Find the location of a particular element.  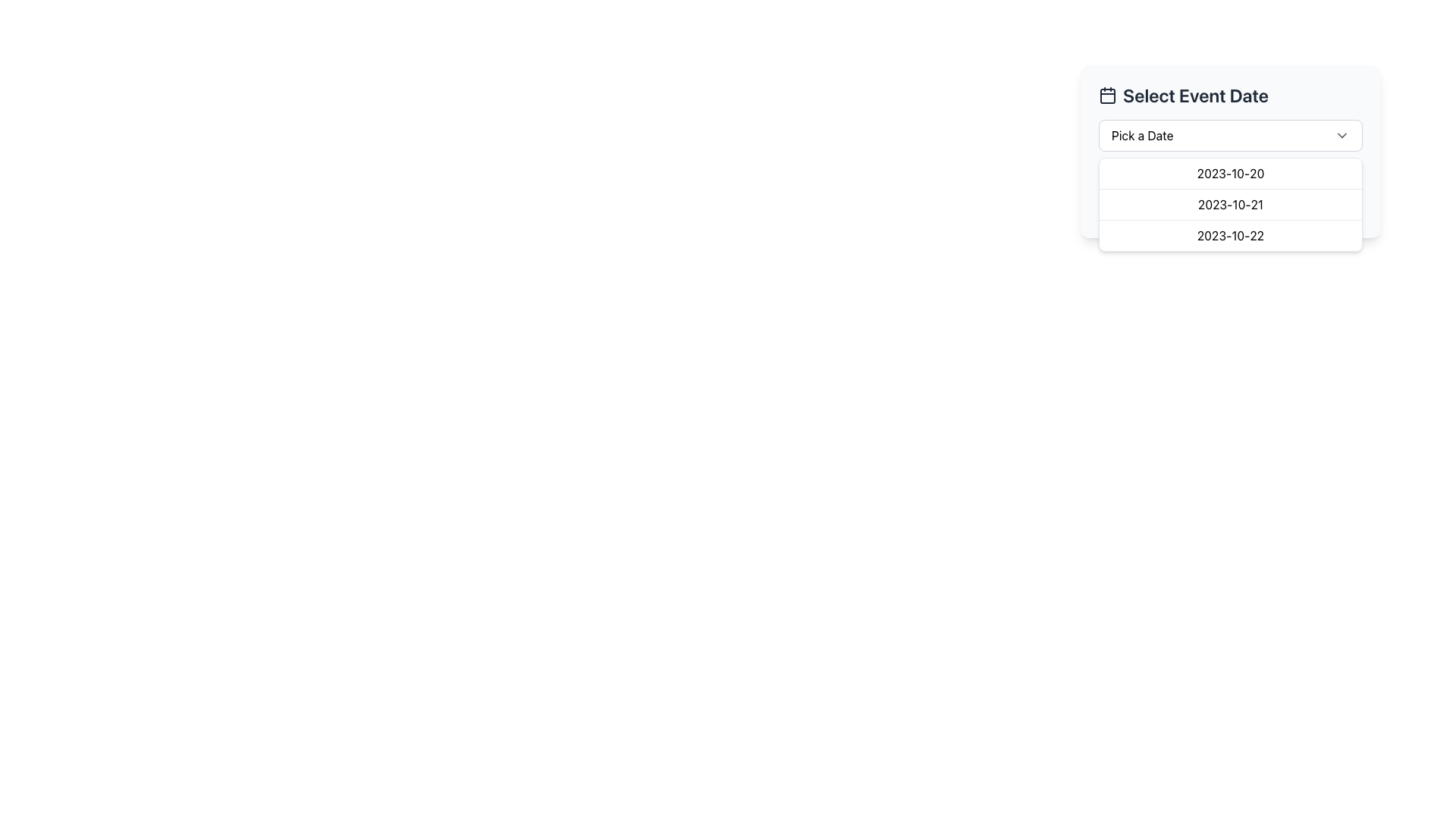

the second date entry '2023-10-21' in the dropdown list is located at coordinates (1230, 205).